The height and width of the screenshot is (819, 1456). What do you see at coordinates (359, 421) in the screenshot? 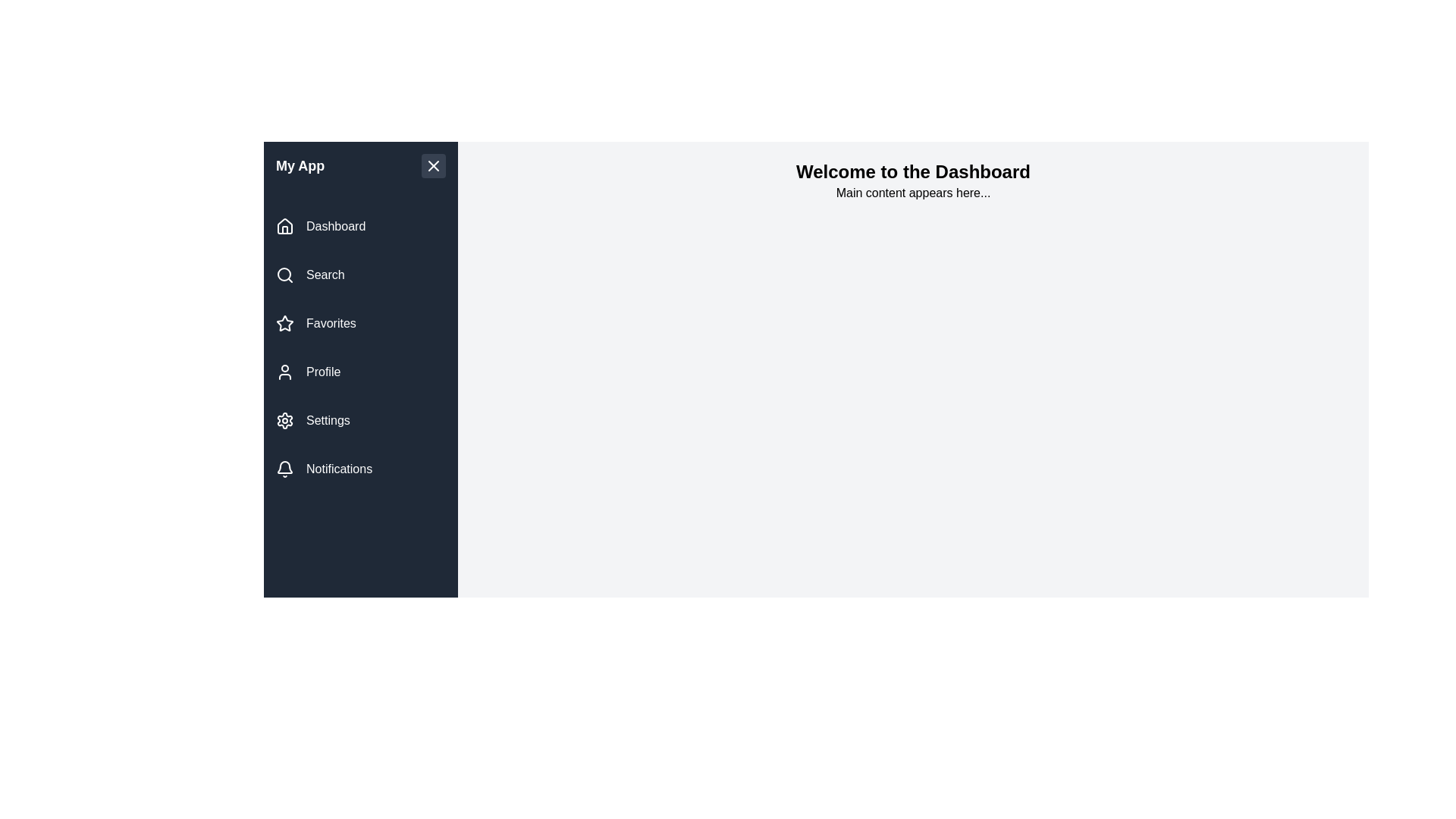
I see `the navigation item Settings from the drawer` at bounding box center [359, 421].